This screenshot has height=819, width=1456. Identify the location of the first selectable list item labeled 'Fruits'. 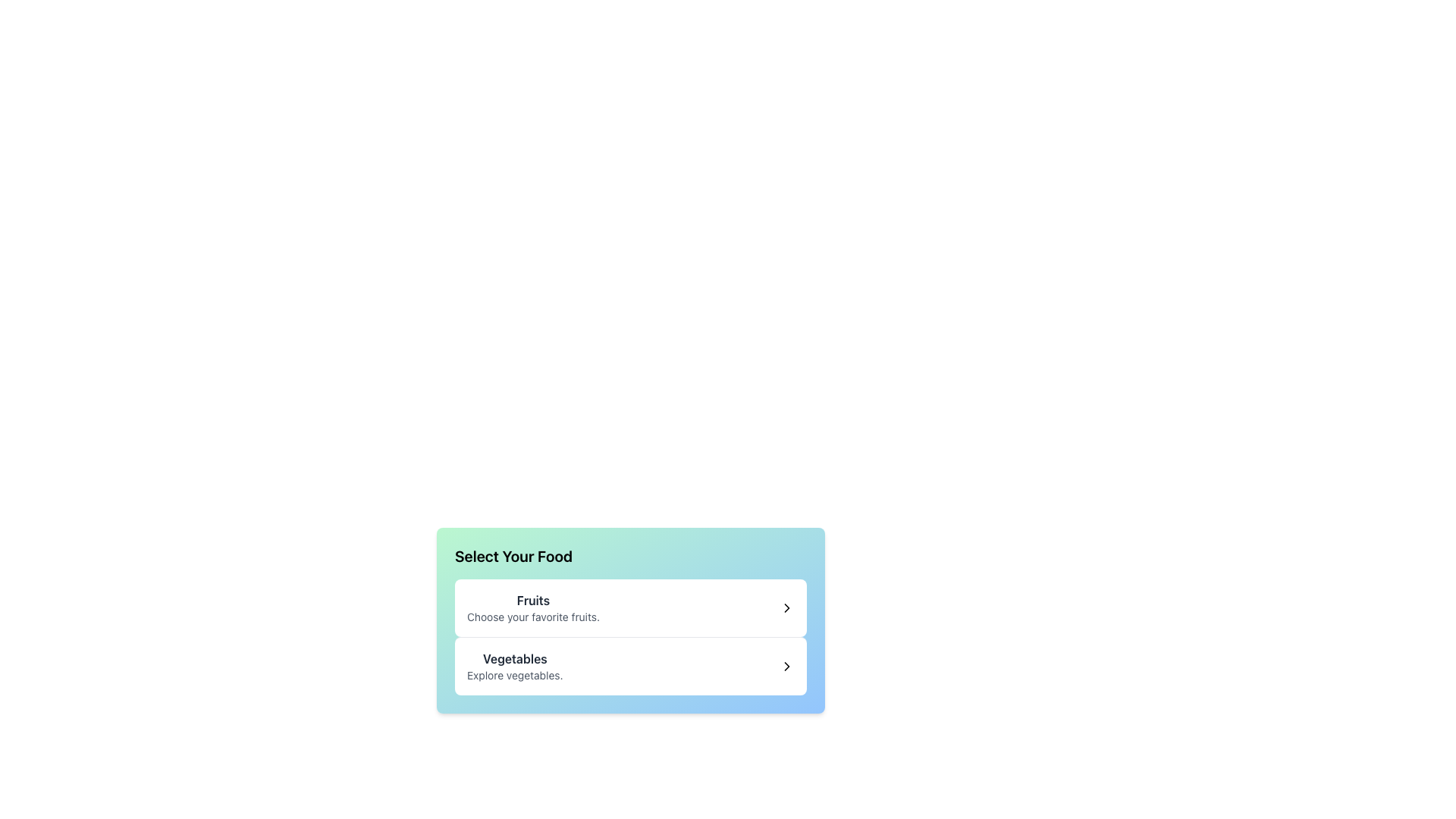
(630, 607).